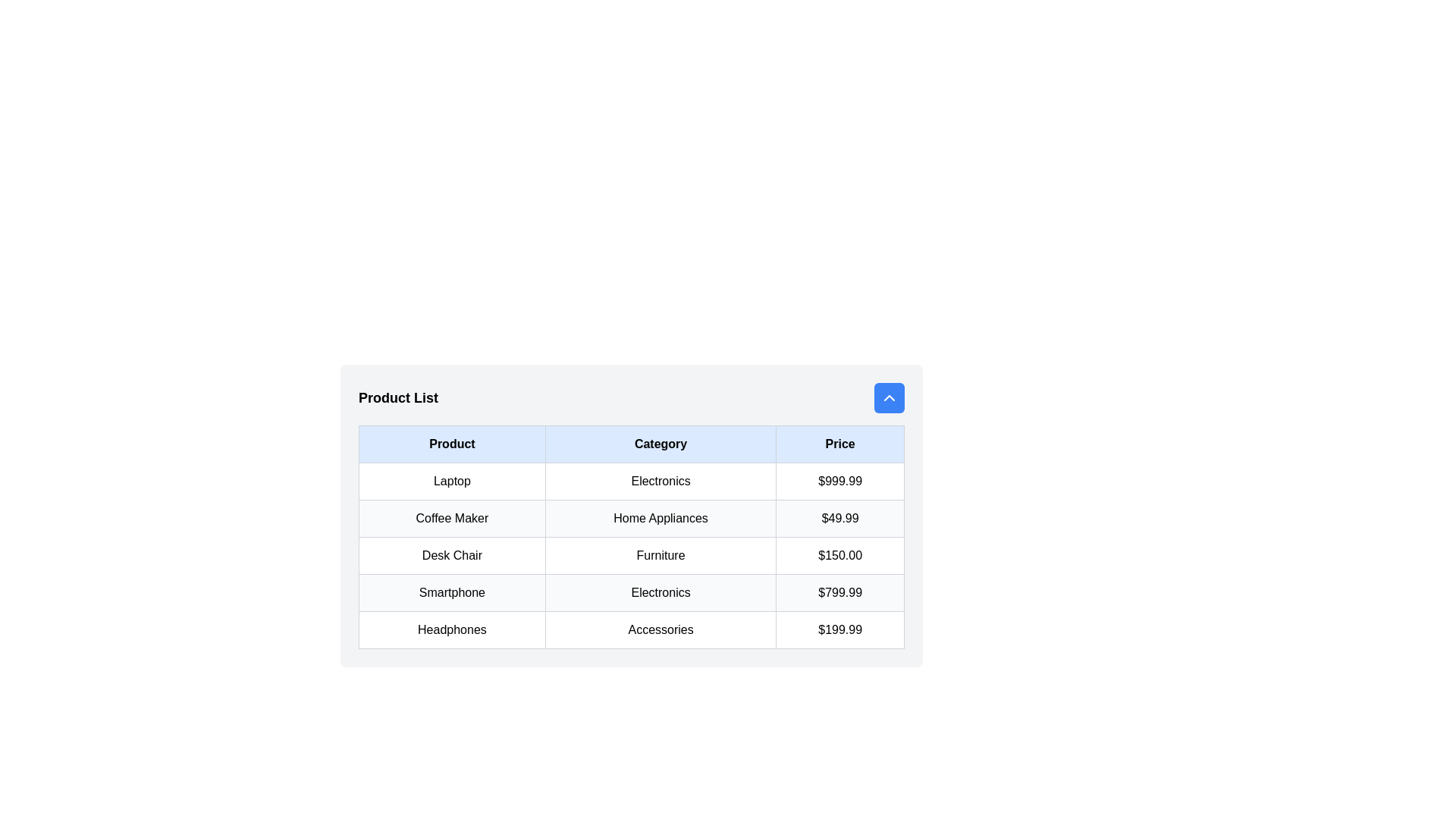 This screenshot has height=819, width=1456. What do you see at coordinates (661, 592) in the screenshot?
I see `the non-interactive table cell containing the text 'Electronics' in the 'Category' column of the row listing 'Smartphone'` at bounding box center [661, 592].